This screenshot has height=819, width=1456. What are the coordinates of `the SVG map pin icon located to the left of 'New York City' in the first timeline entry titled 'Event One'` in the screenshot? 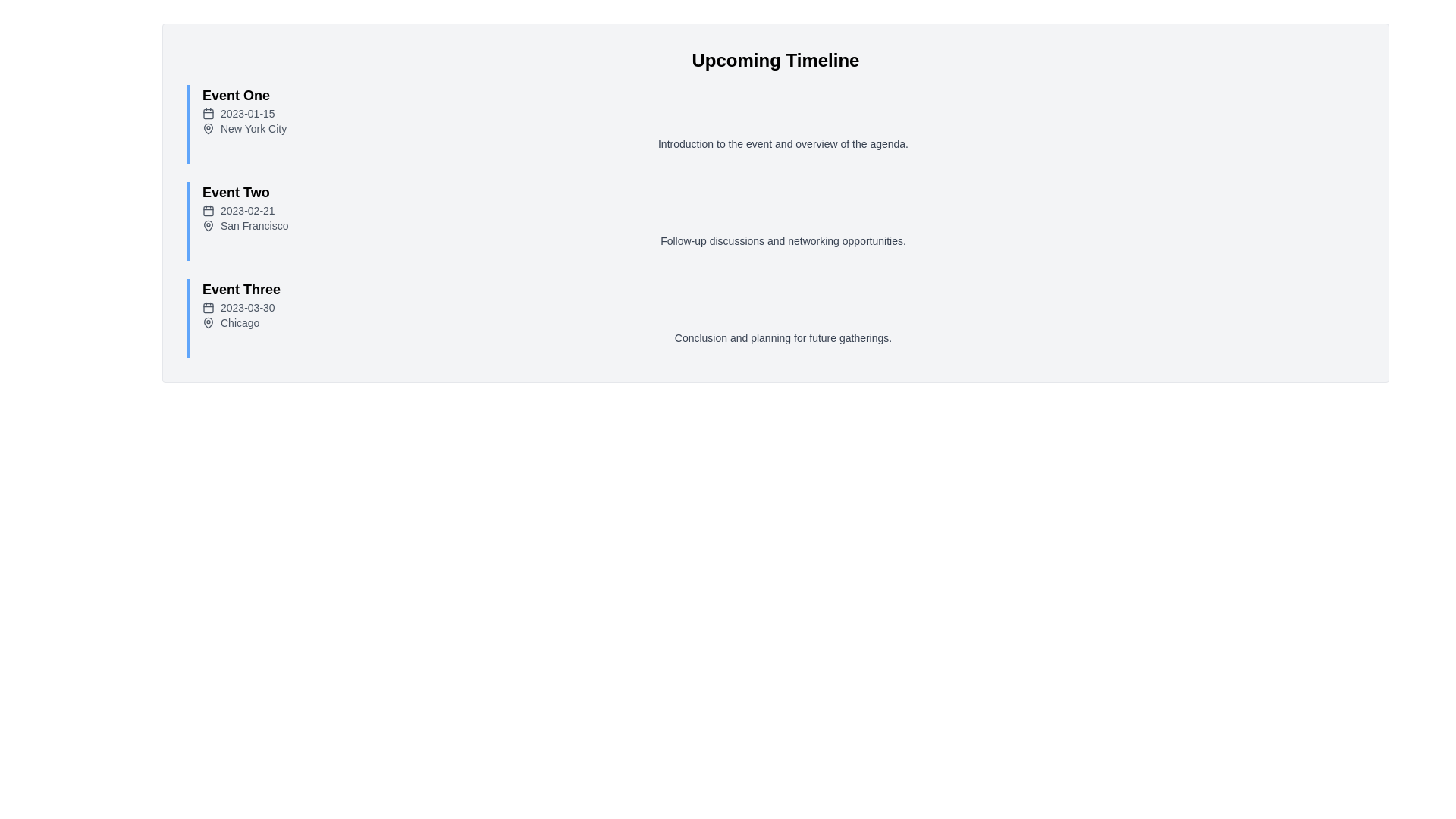 It's located at (207, 127).